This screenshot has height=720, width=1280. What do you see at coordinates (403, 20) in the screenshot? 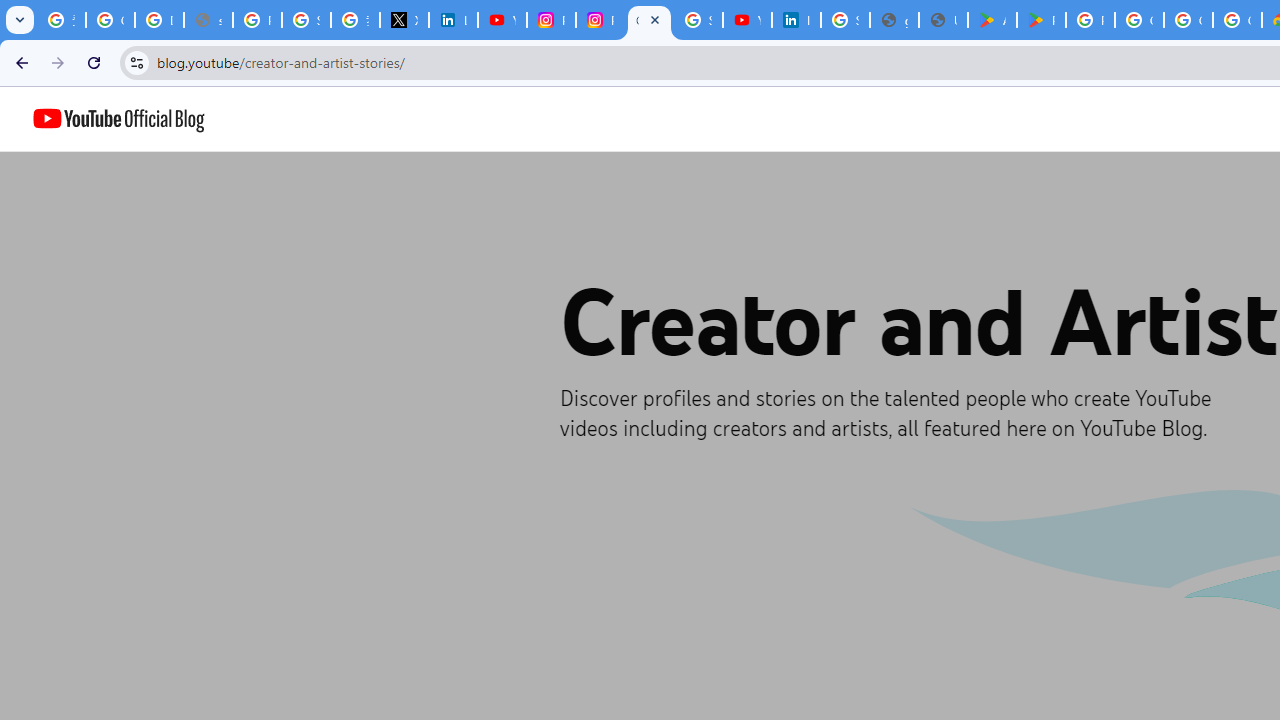
I see `'X'` at bounding box center [403, 20].